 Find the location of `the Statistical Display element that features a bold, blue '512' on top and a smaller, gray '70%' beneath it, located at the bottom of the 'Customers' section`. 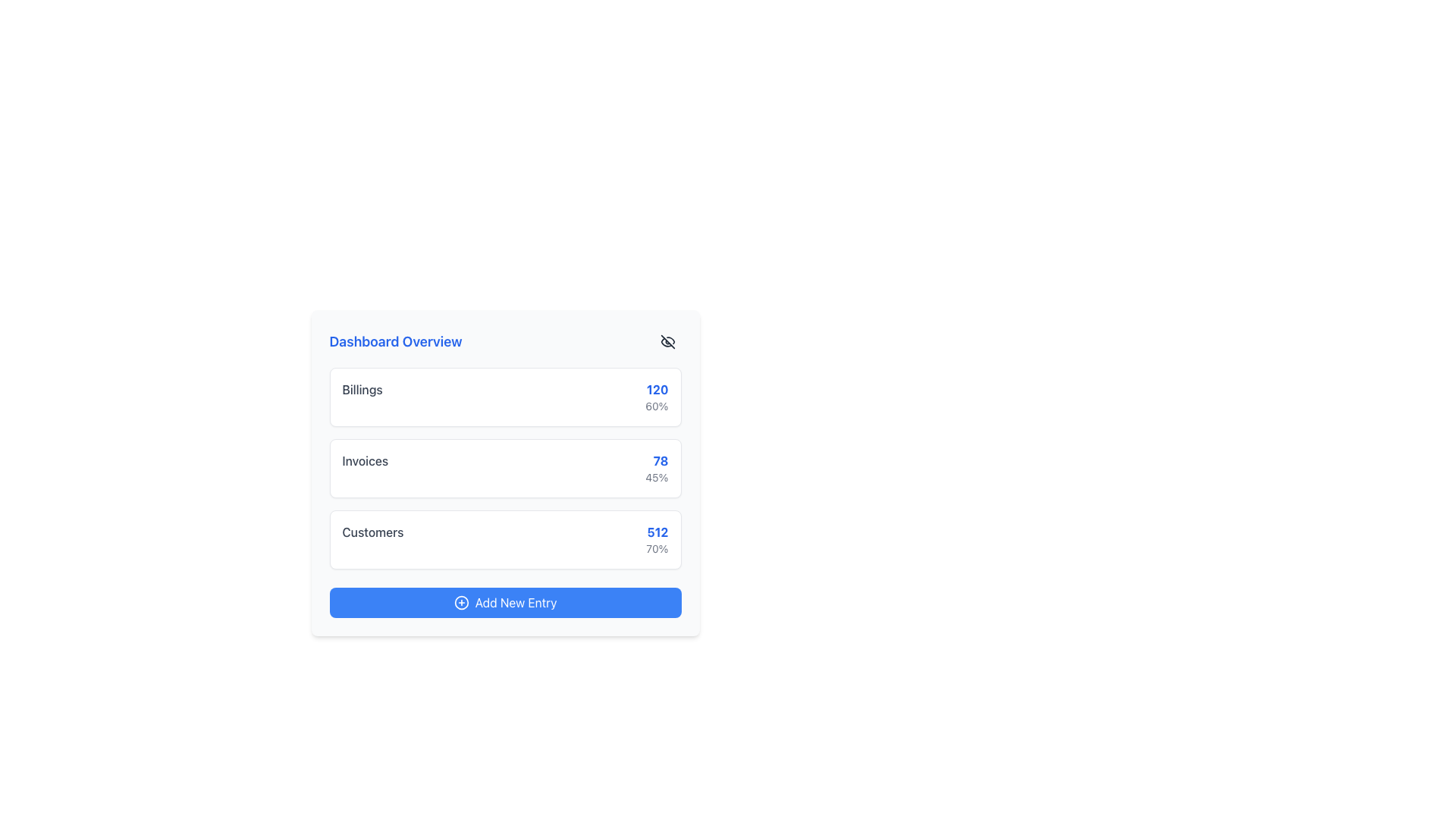

the Statistical Display element that features a bold, blue '512' on top and a smaller, gray '70%' beneath it, located at the bottom of the 'Customers' section is located at coordinates (657, 539).